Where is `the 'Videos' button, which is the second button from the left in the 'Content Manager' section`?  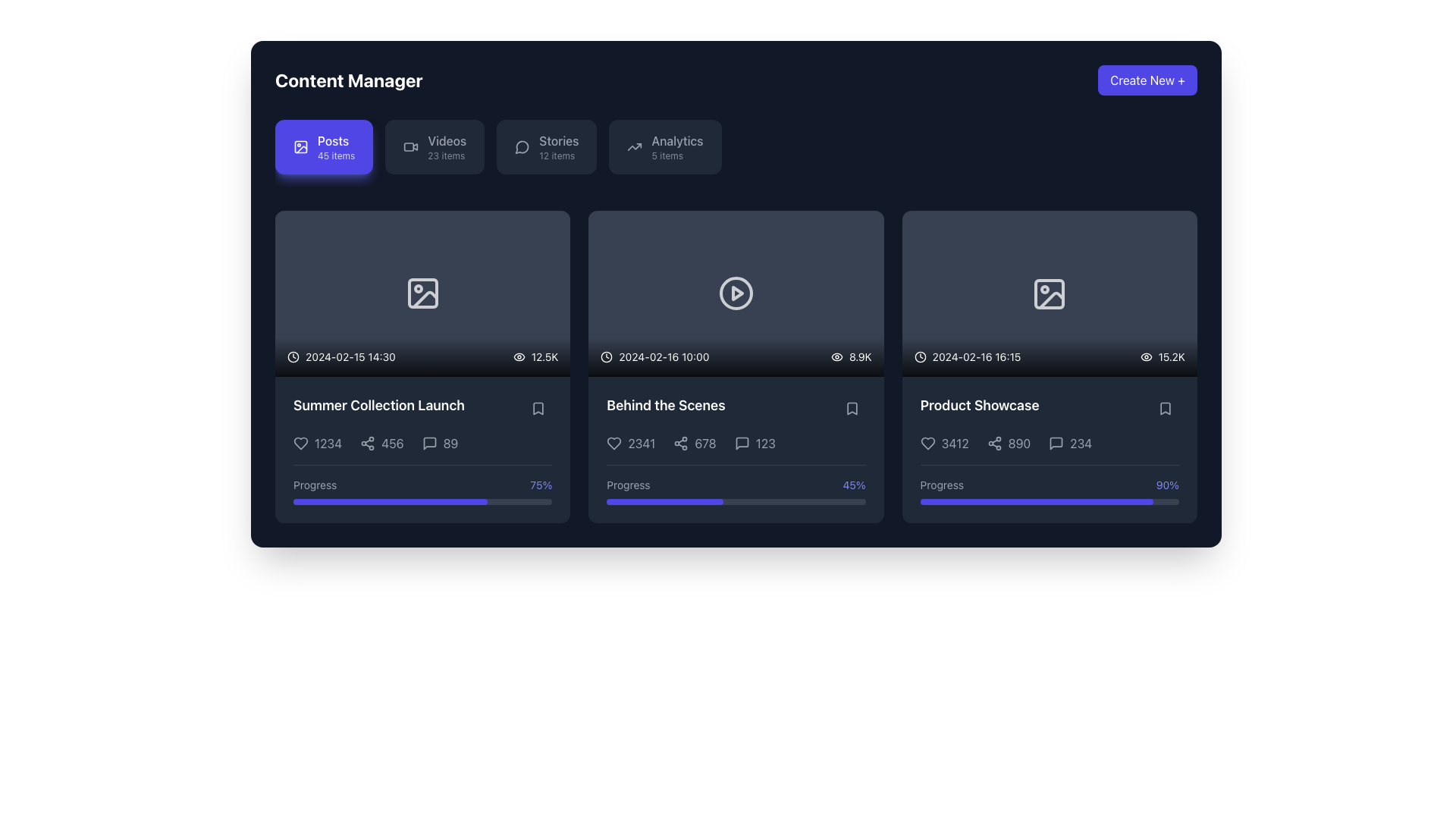
the 'Videos' button, which is the second button from the left in the 'Content Manager' section is located at coordinates (446, 146).